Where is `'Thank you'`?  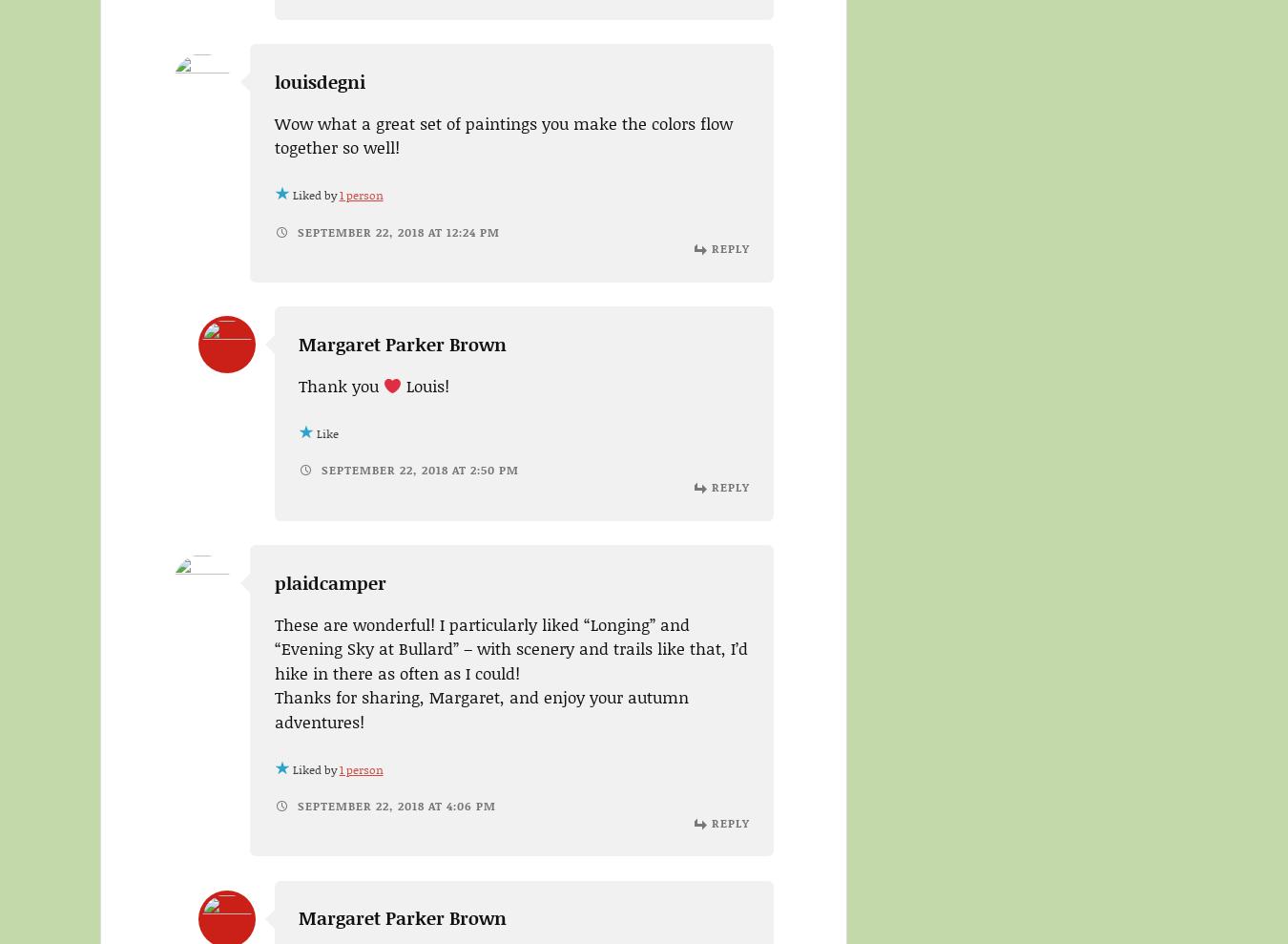
'Thank you' is located at coordinates (341, 385).